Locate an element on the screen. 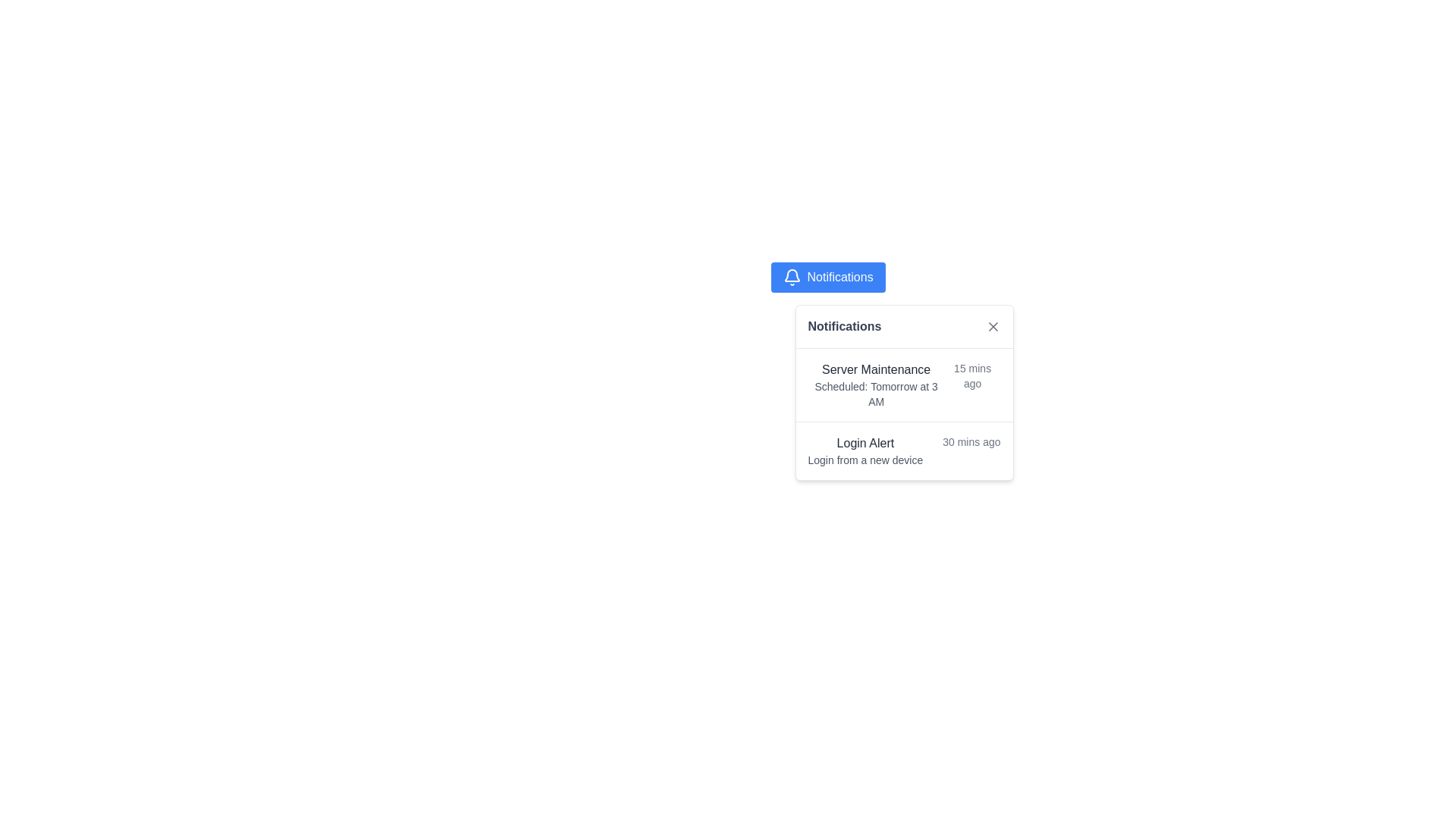 This screenshot has width=1456, height=819. the small interactive close button icon in the notification header is located at coordinates (993, 326).